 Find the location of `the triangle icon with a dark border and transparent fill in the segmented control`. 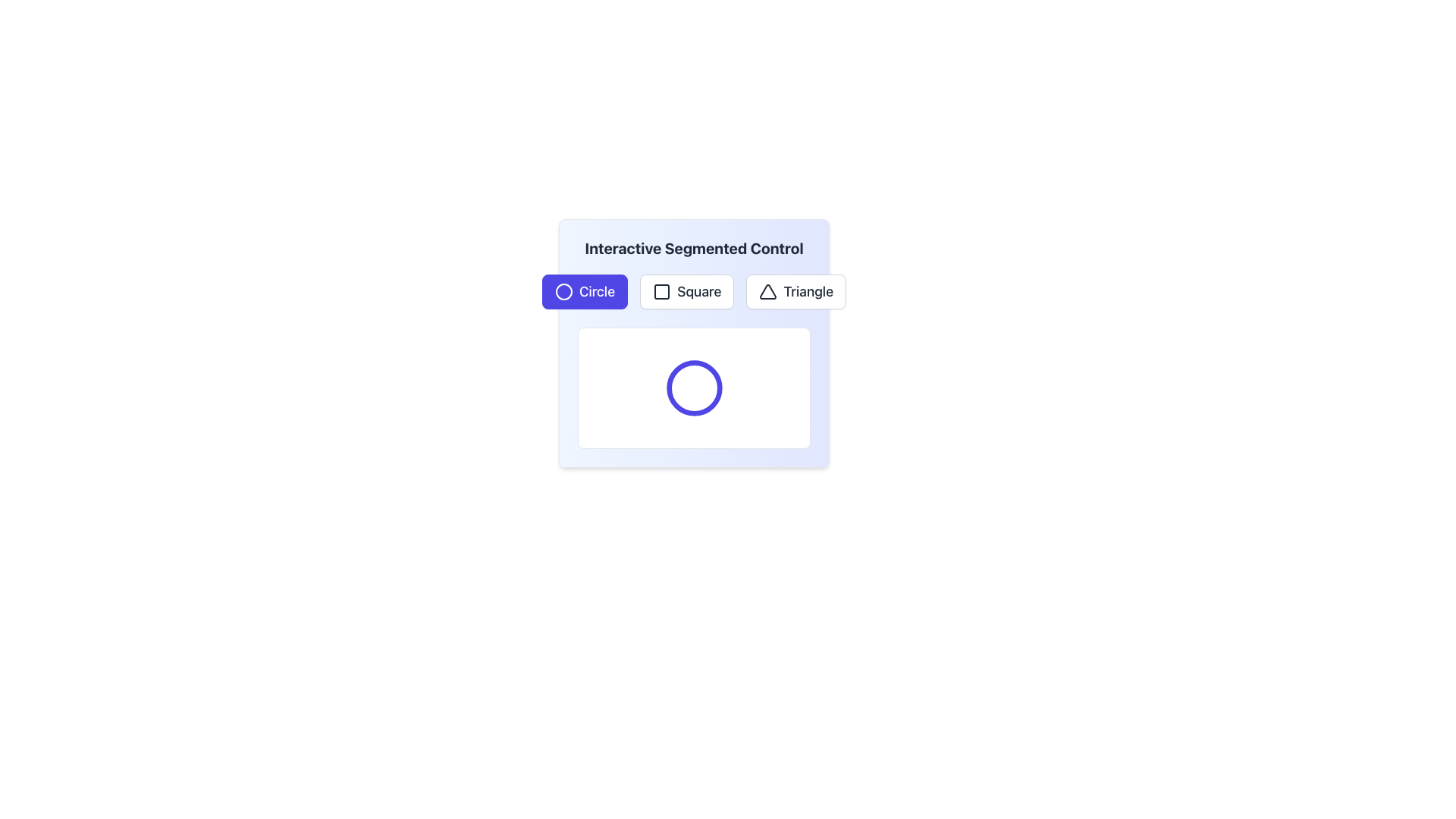

the triangle icon with a dark border and transparent fill in the segmented control is located at coordinates (768, 292).